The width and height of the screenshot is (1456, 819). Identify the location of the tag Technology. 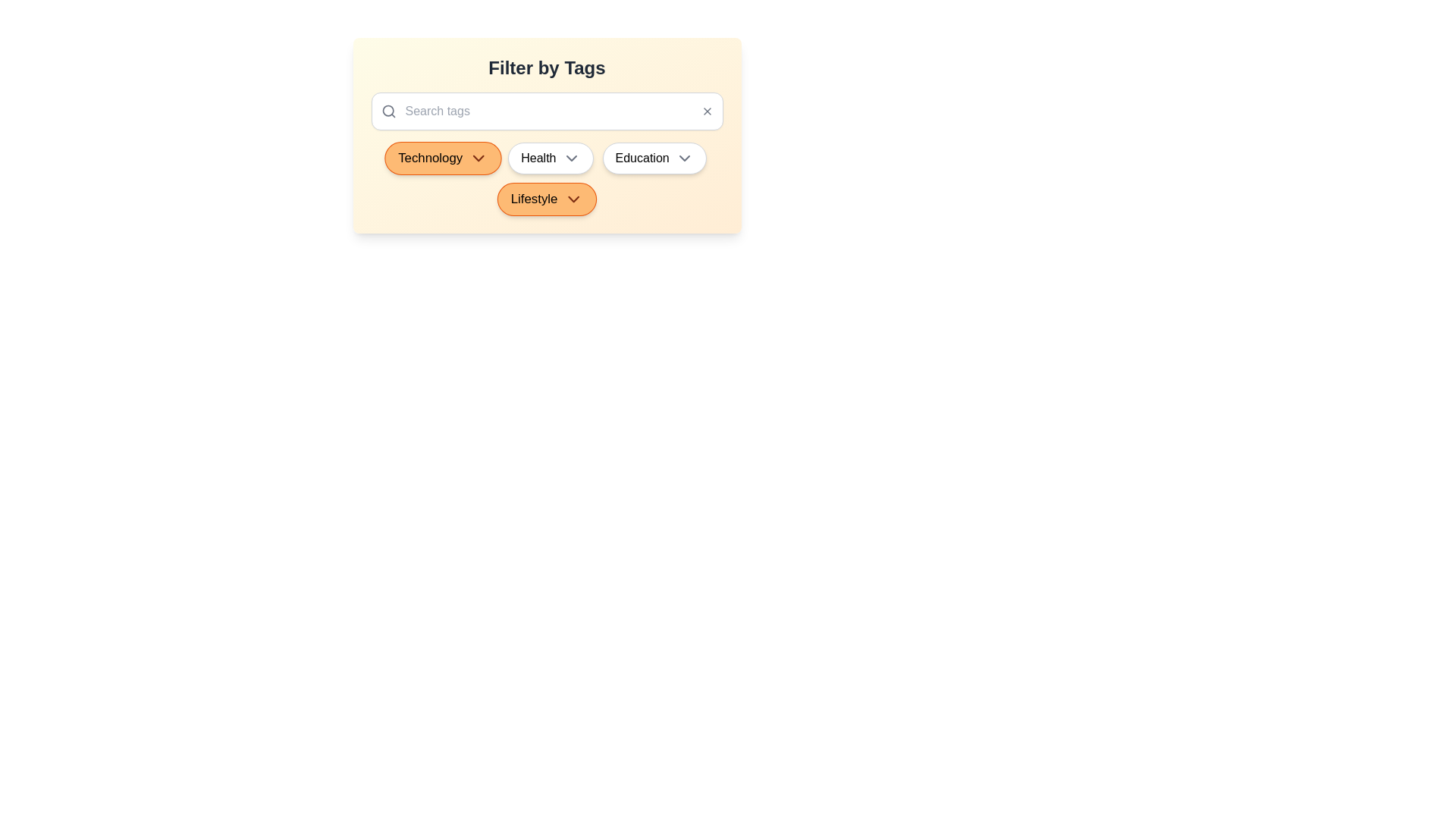
(442, 158).